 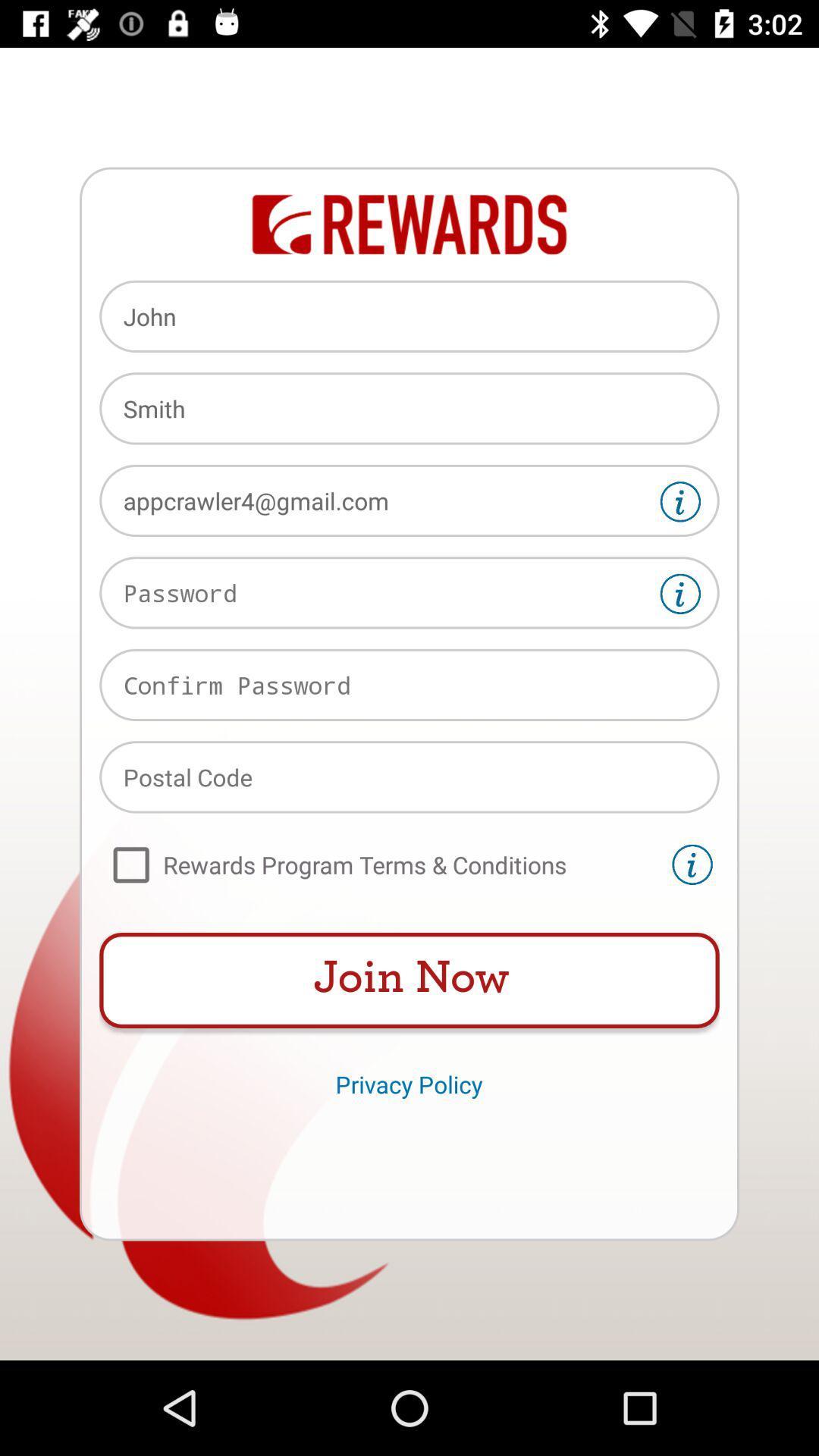 I want to click on item above join now, so click(x=381, y=864).